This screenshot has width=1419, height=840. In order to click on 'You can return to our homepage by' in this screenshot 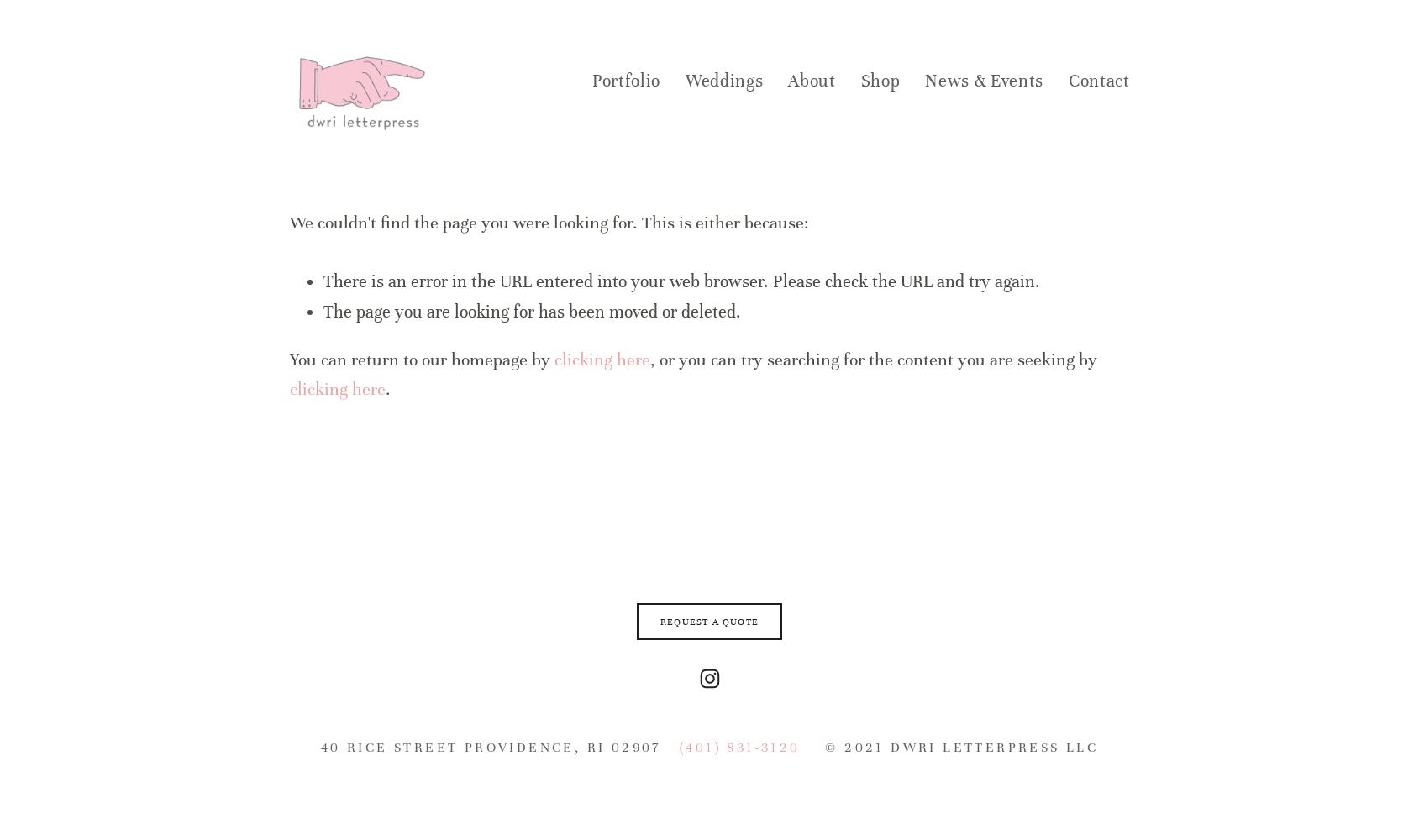, I will do `click(421, 359)`.